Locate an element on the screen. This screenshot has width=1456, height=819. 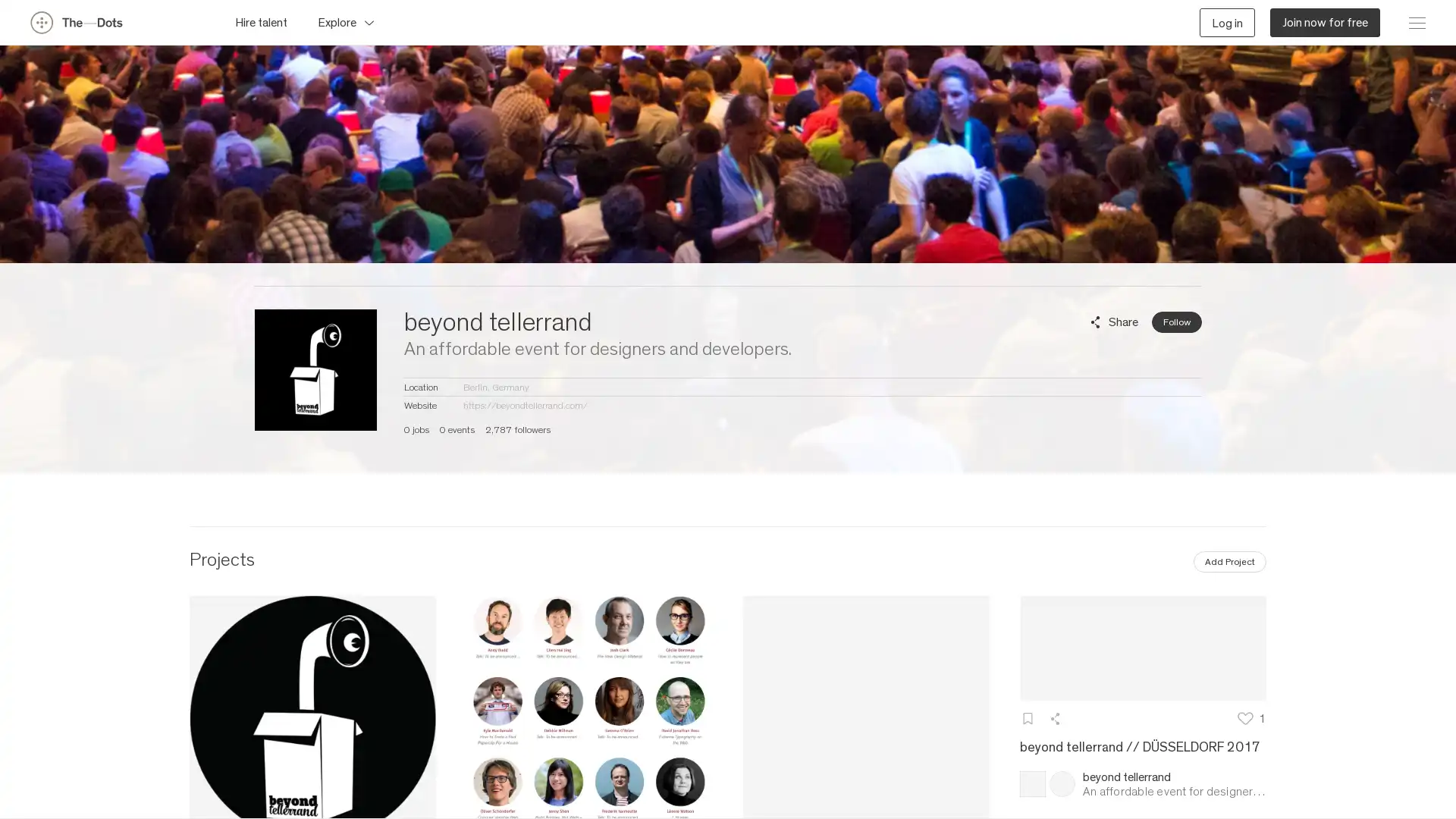
Add Project is located at coordinates (1230, 561).